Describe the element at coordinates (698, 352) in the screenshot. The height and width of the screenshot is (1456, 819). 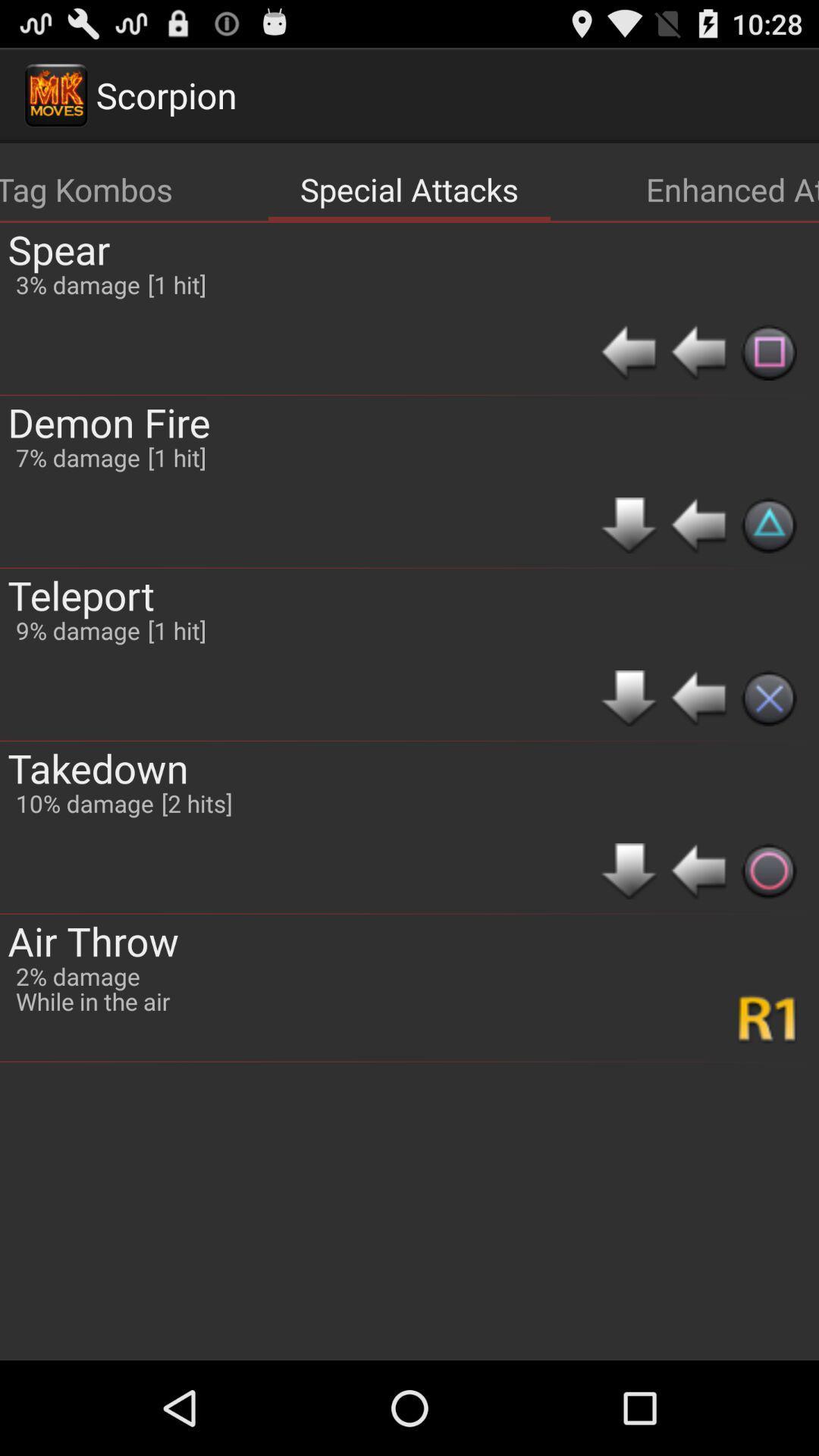
I see `item below the enhanced attacks icon` at that location.